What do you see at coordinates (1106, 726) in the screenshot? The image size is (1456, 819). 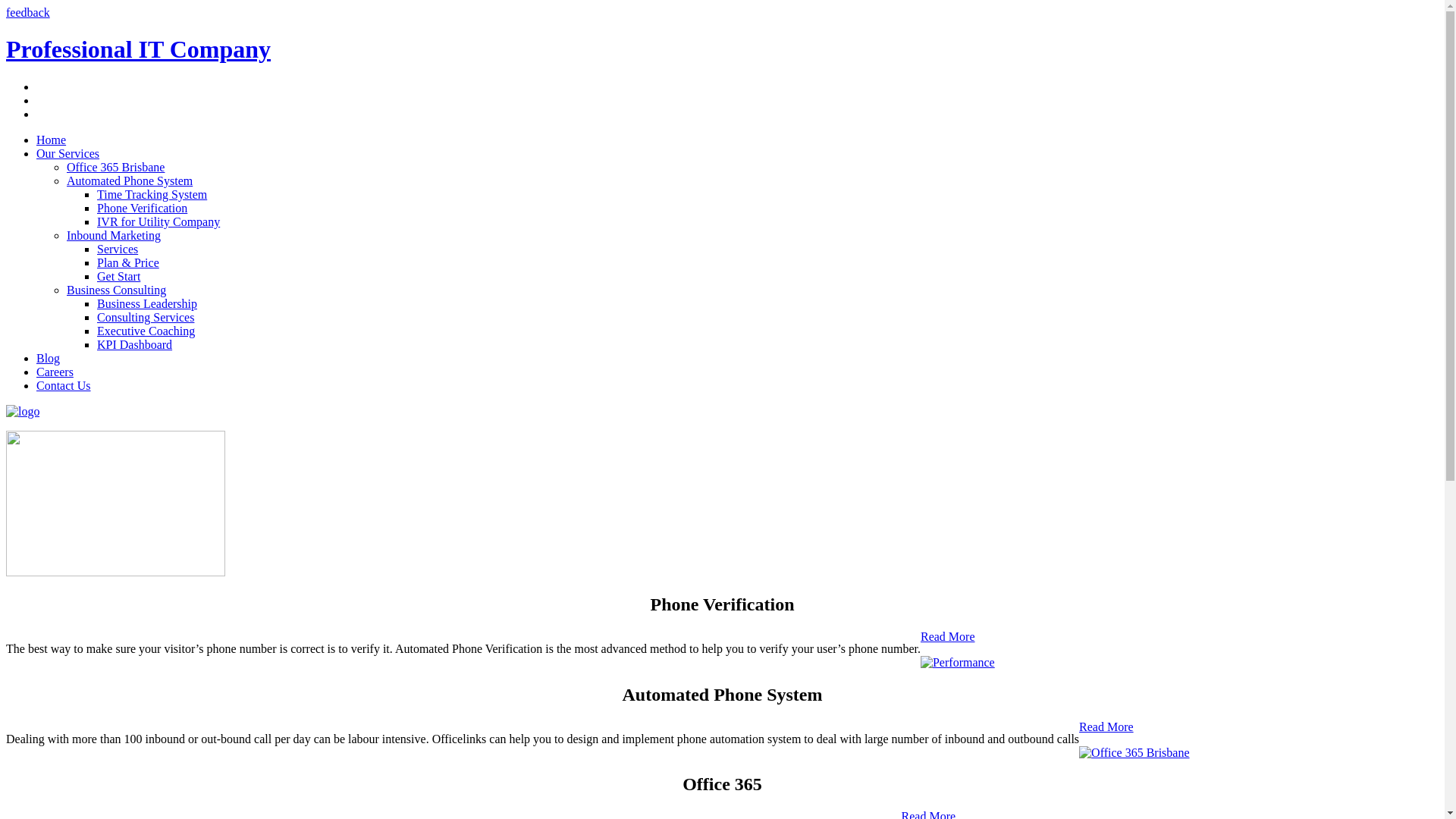 I see `'Read More'` at bounding box center [1106, 726].